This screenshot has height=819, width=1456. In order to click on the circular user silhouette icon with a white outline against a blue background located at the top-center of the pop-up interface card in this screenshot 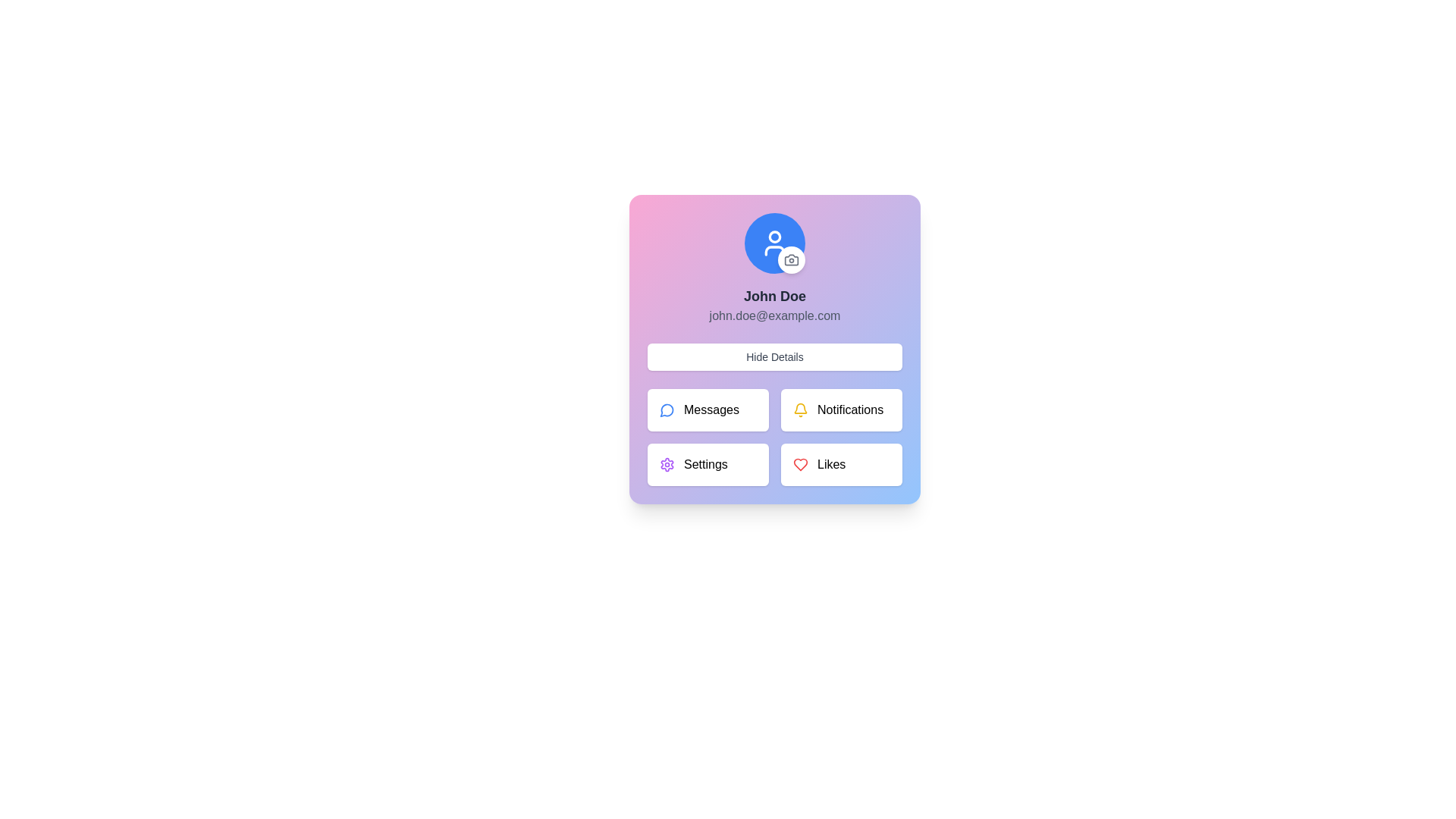, I will do `click(775, 242)`.